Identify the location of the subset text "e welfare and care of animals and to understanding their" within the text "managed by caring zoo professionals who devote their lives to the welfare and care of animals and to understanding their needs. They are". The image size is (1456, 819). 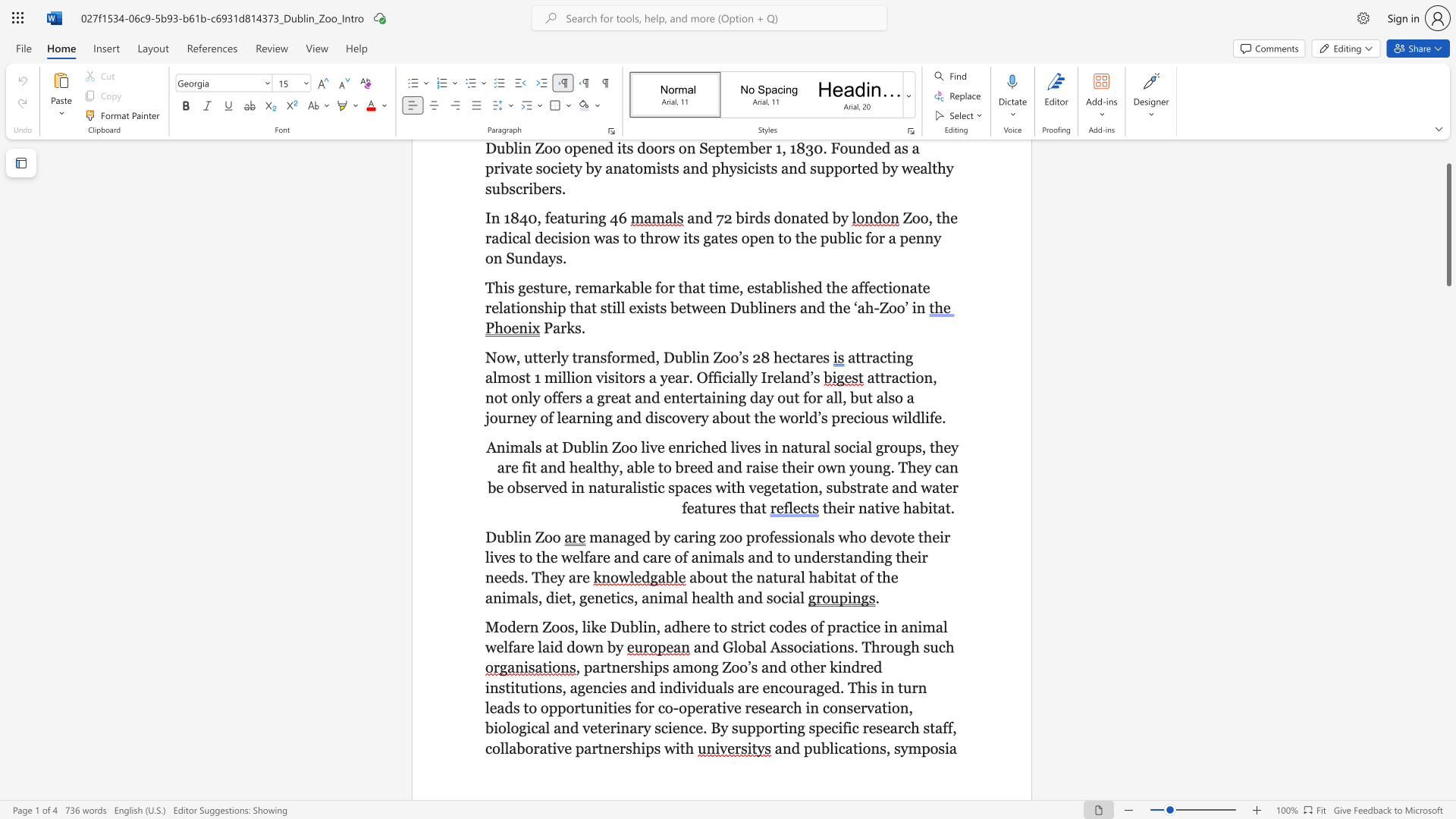
(549, 557).